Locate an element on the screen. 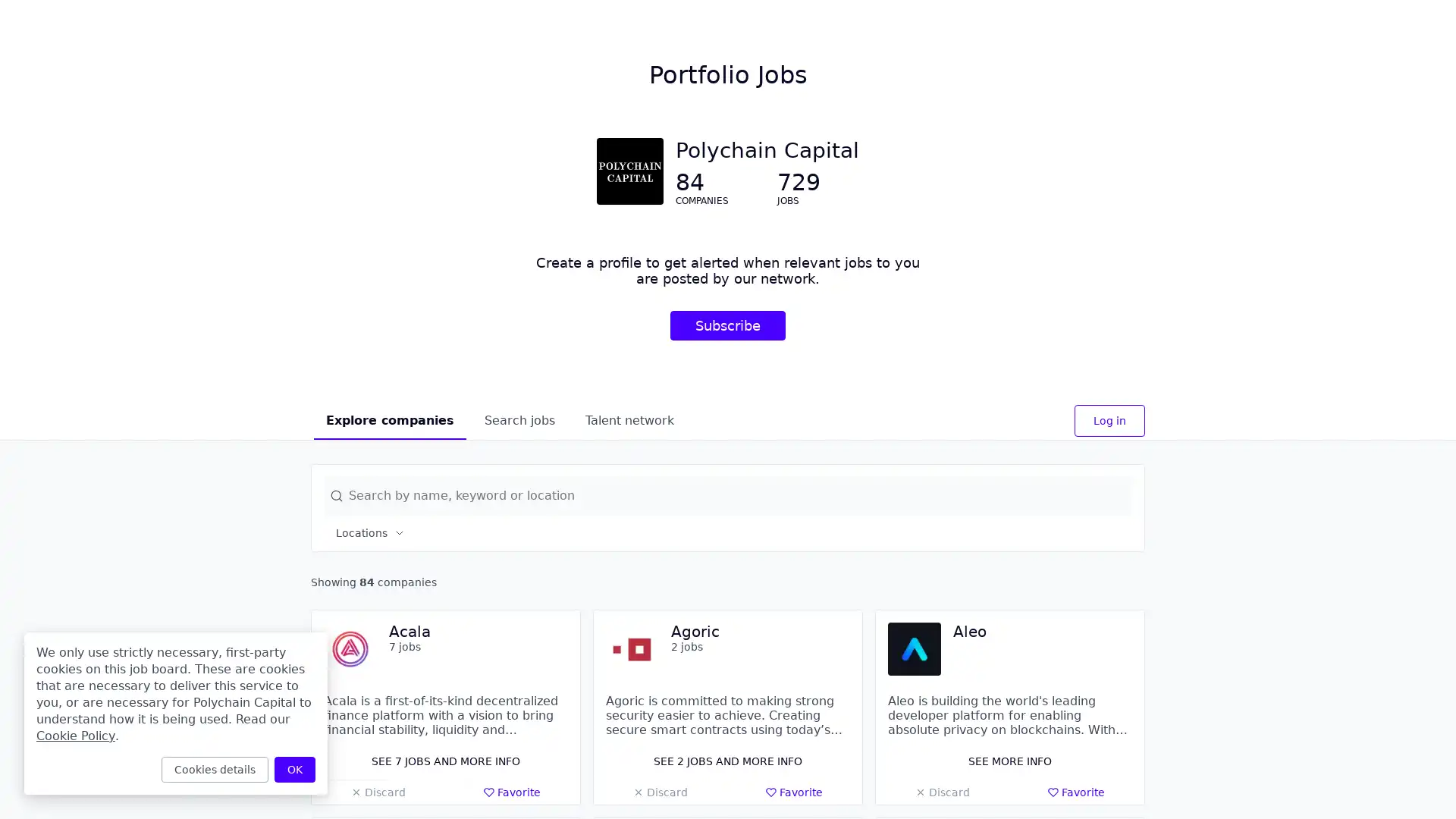  Locations is located at coordinates (371, 532).